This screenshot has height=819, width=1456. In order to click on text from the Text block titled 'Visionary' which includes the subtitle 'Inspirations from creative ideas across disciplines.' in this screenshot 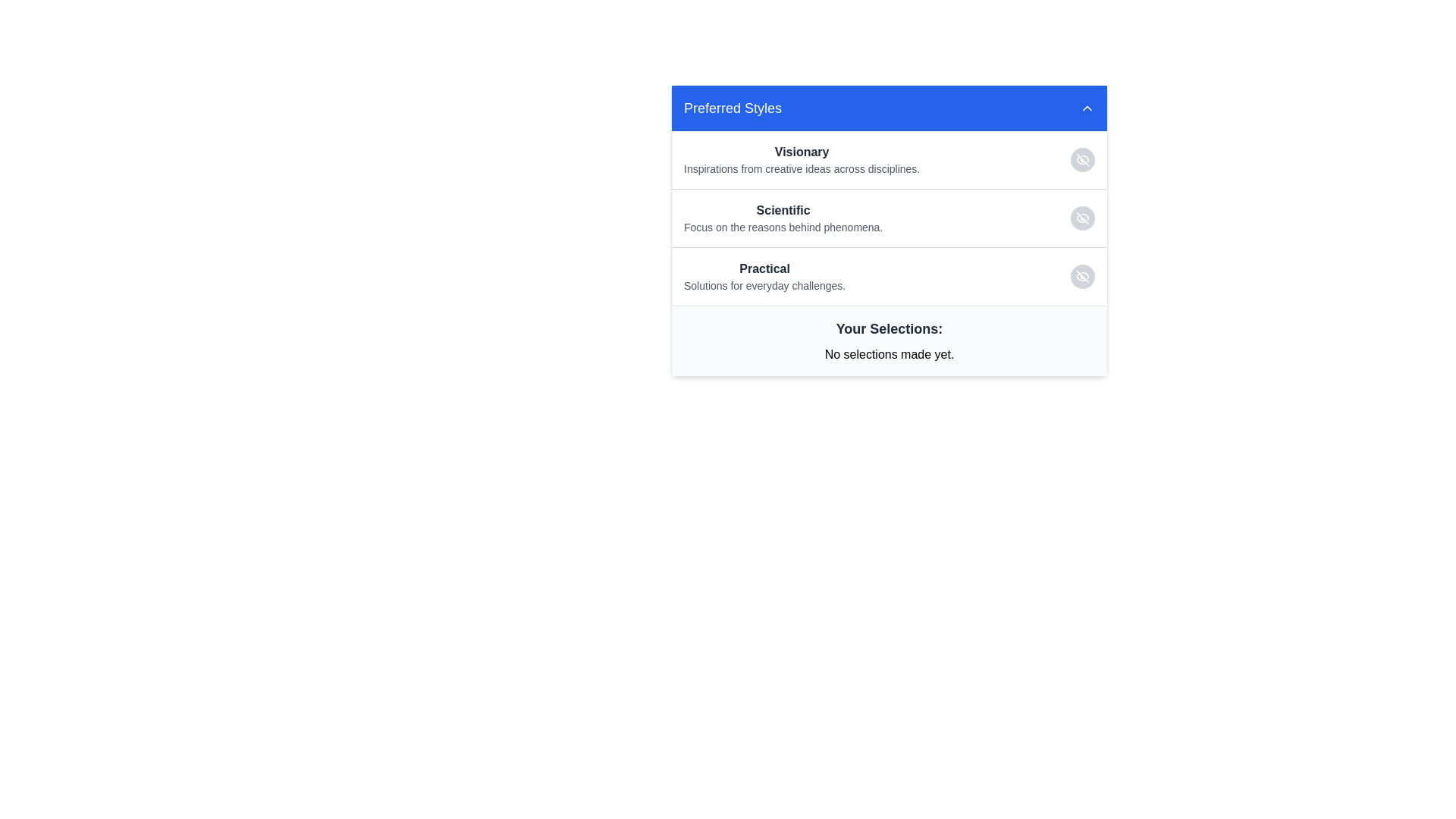, I will do `click(801, 160)`.